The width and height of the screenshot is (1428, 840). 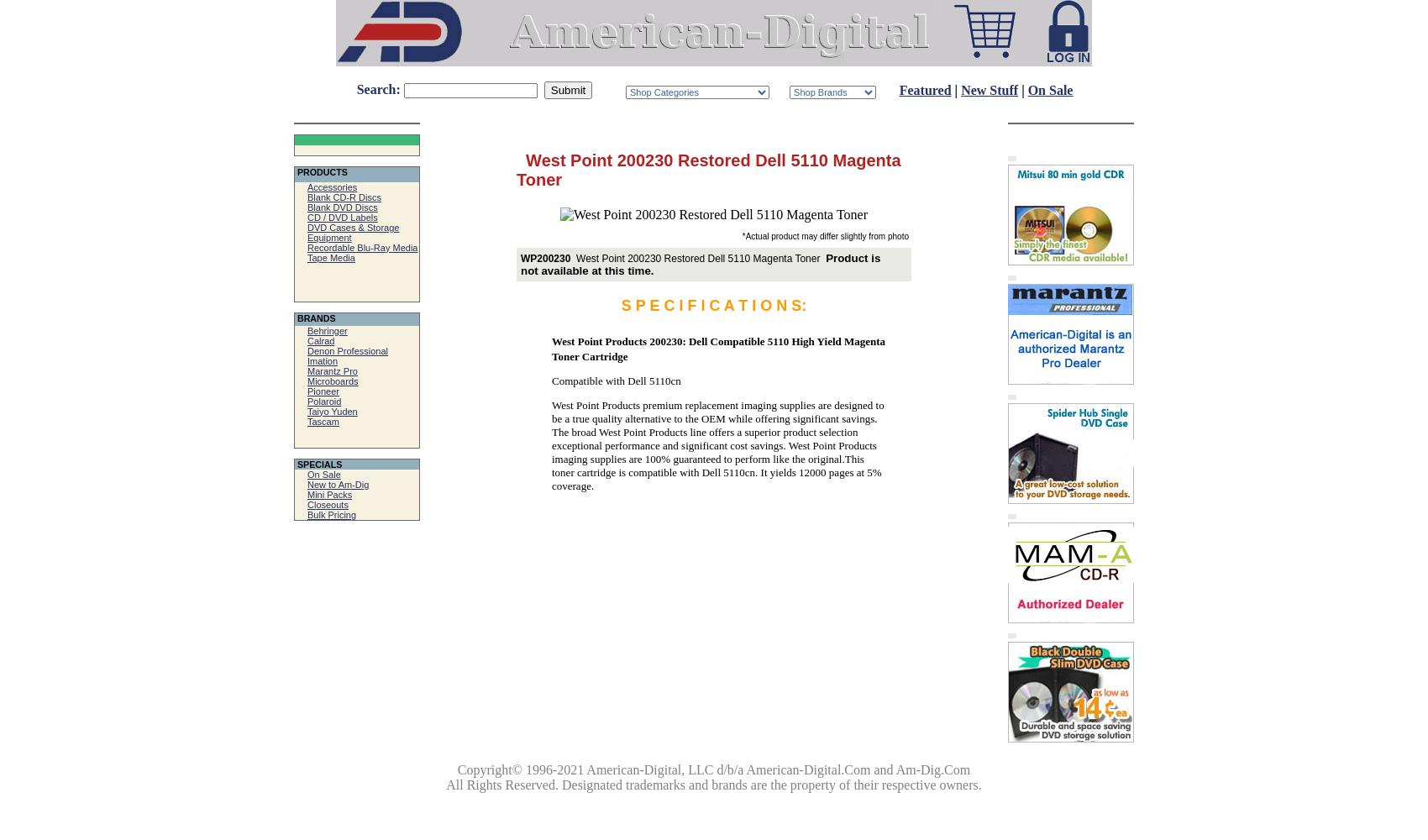 What do you see at coordinates (700, 263) in the screenshot?
I see `'Product is not available at this time.'` at bounding box center [700, 263].